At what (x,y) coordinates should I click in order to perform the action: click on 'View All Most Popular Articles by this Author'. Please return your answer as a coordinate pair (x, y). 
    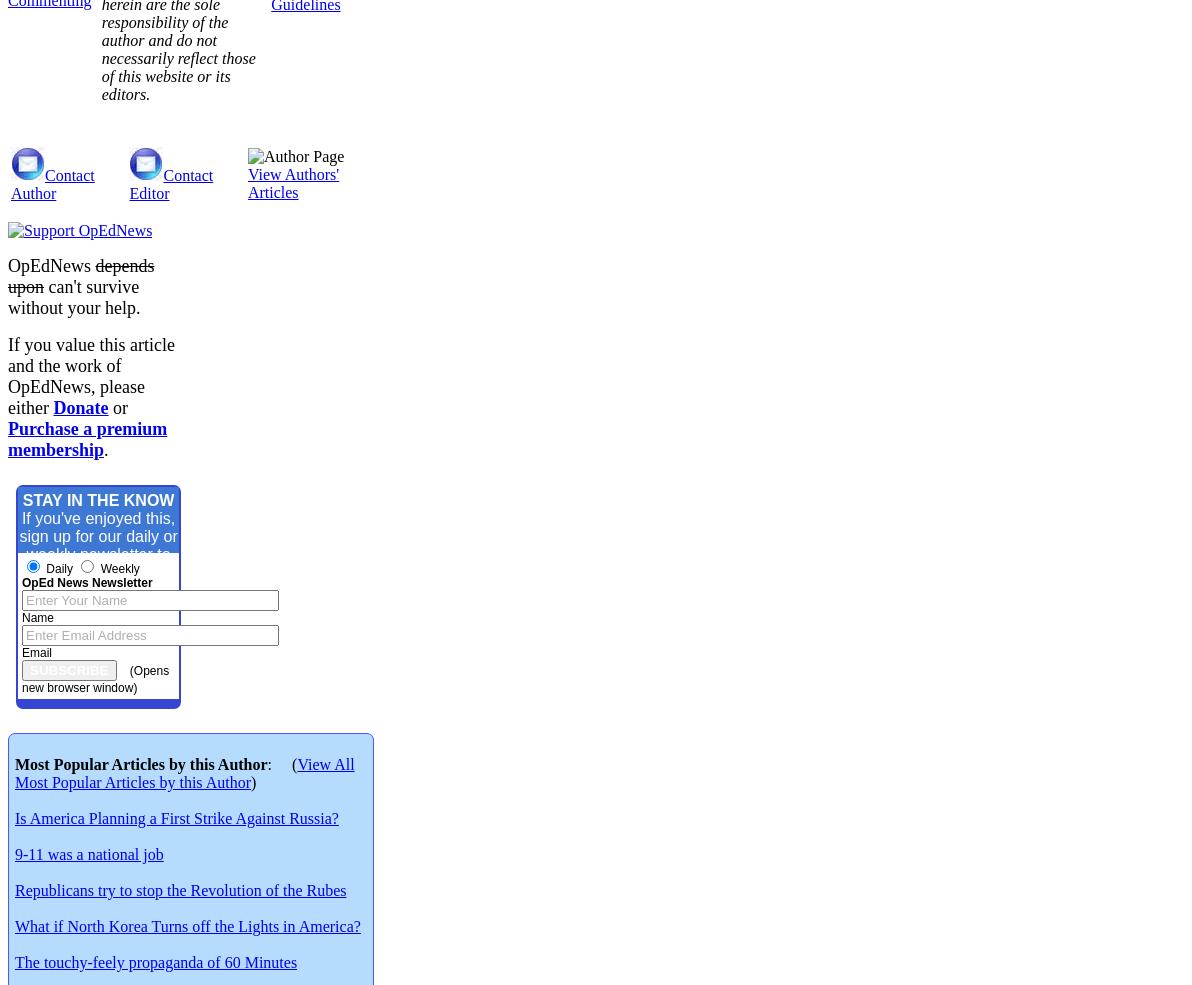
    Looking at the image, I should click on (183, 773).